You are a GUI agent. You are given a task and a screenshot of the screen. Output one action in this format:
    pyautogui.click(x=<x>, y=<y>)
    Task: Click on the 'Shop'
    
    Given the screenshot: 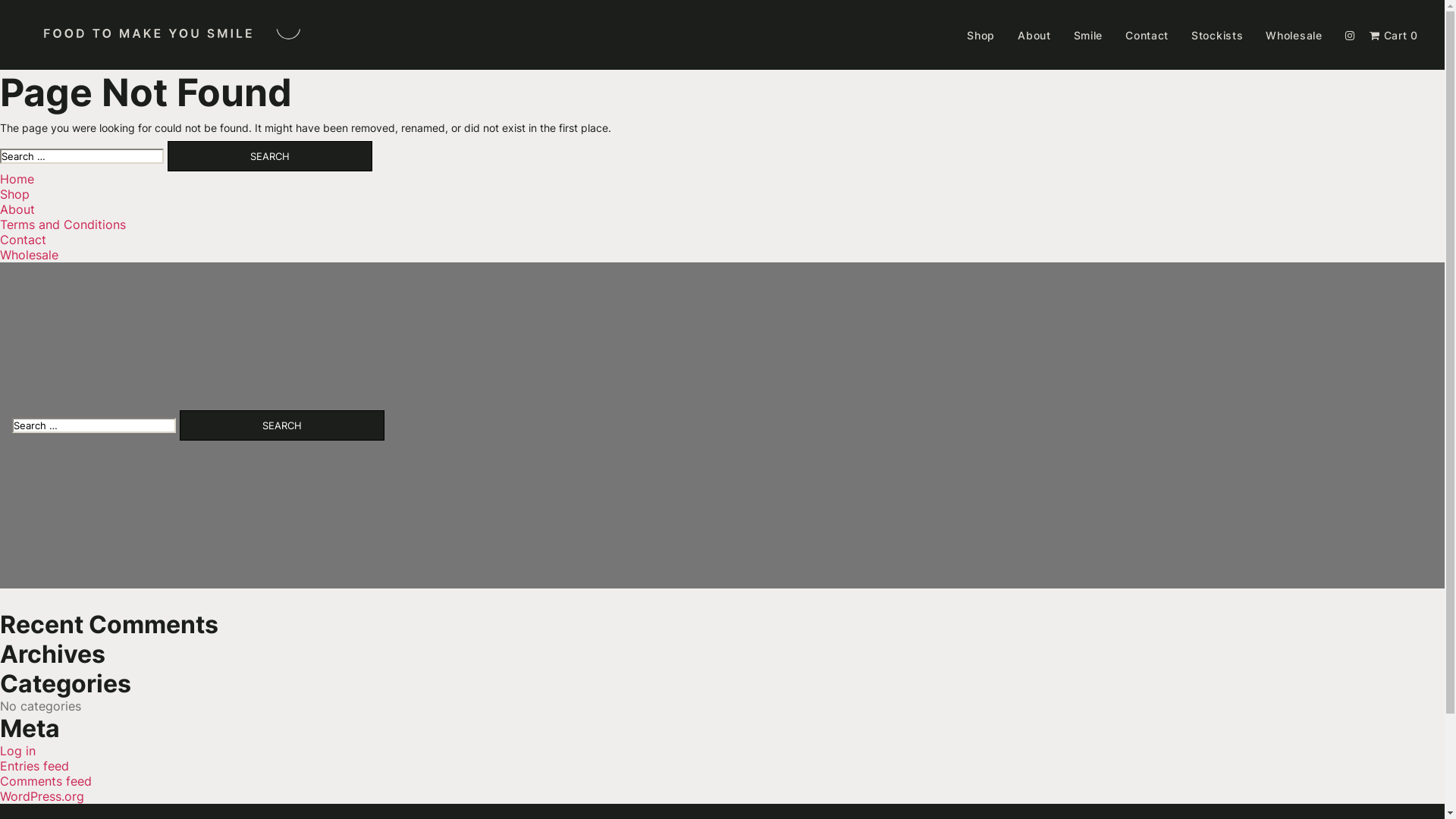 What is the action you would take?
    pyautogui.click(x=981, y=34)
    